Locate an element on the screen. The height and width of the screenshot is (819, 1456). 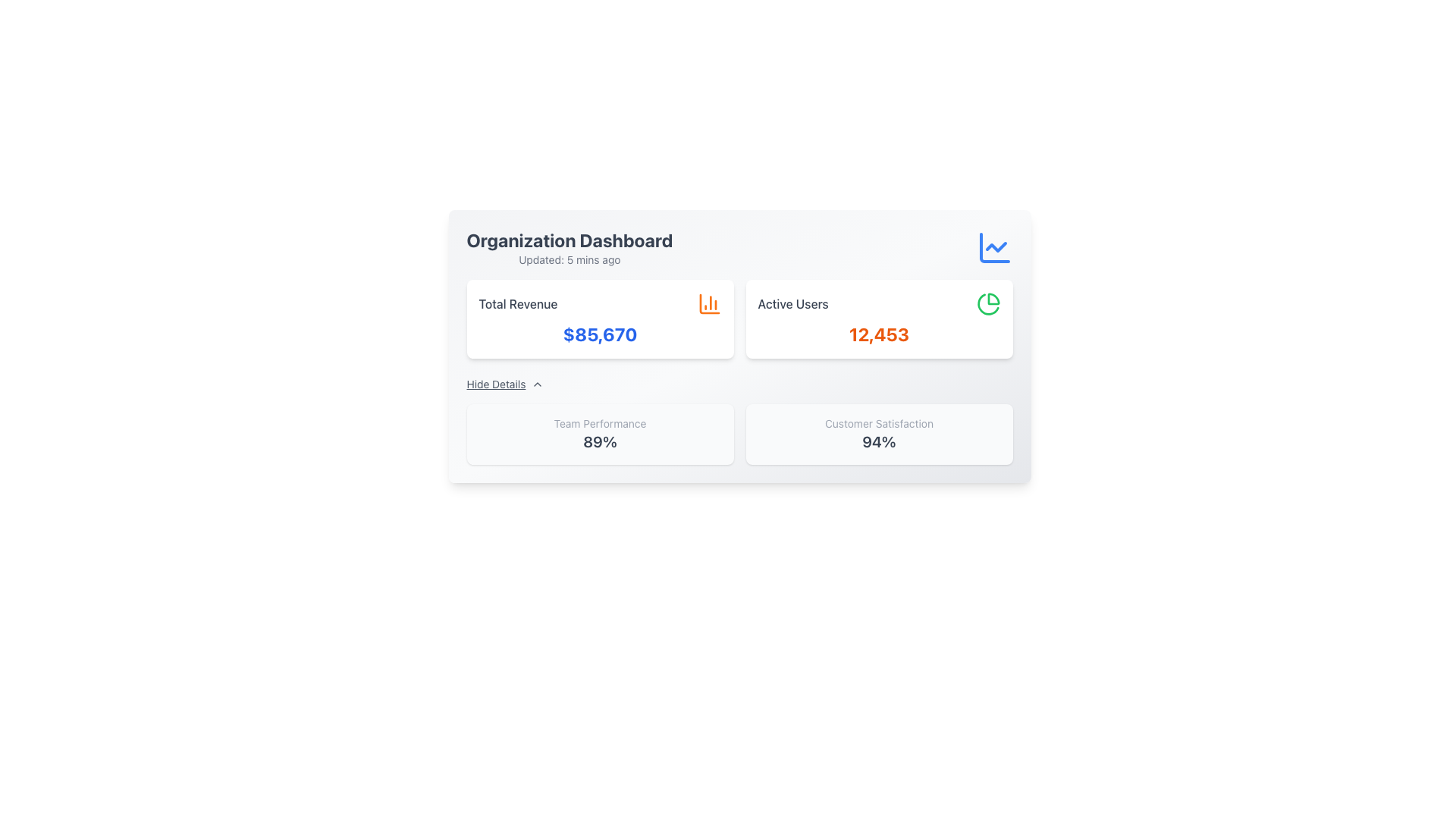
title text heading 'Organization Dashboard' which is prominently displayed at the top of the interface in bold, extra-large, dark gray font is located at coordinates (569, 239).